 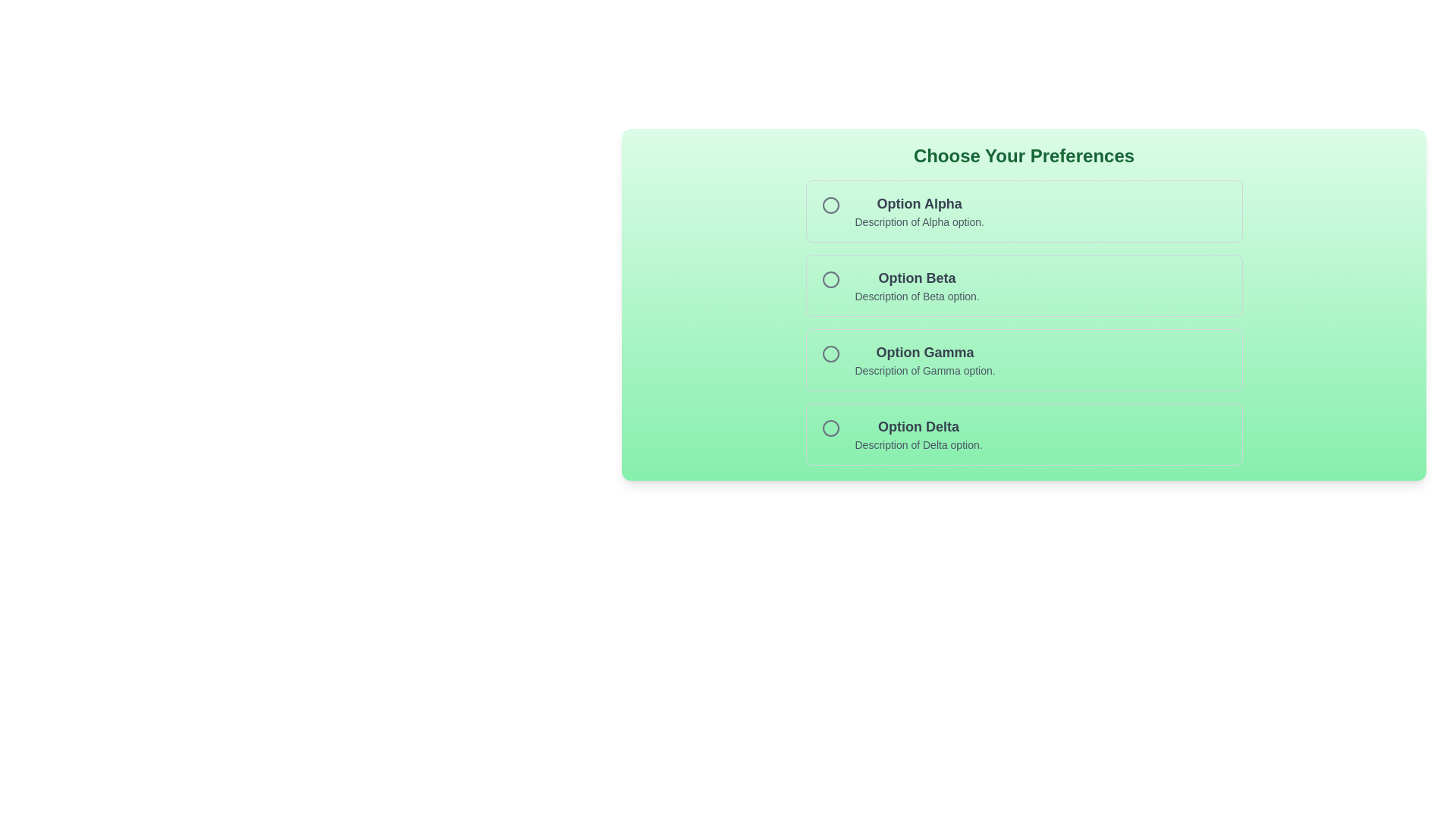 What do you see at coordinates (830, 280) in the screenshot?
I see `the gray circular radio button located to the left of the label 'Option Beta' in the second row of the vertical list titled 'Choose Your Preferences'` at bounding box center [830, 280].